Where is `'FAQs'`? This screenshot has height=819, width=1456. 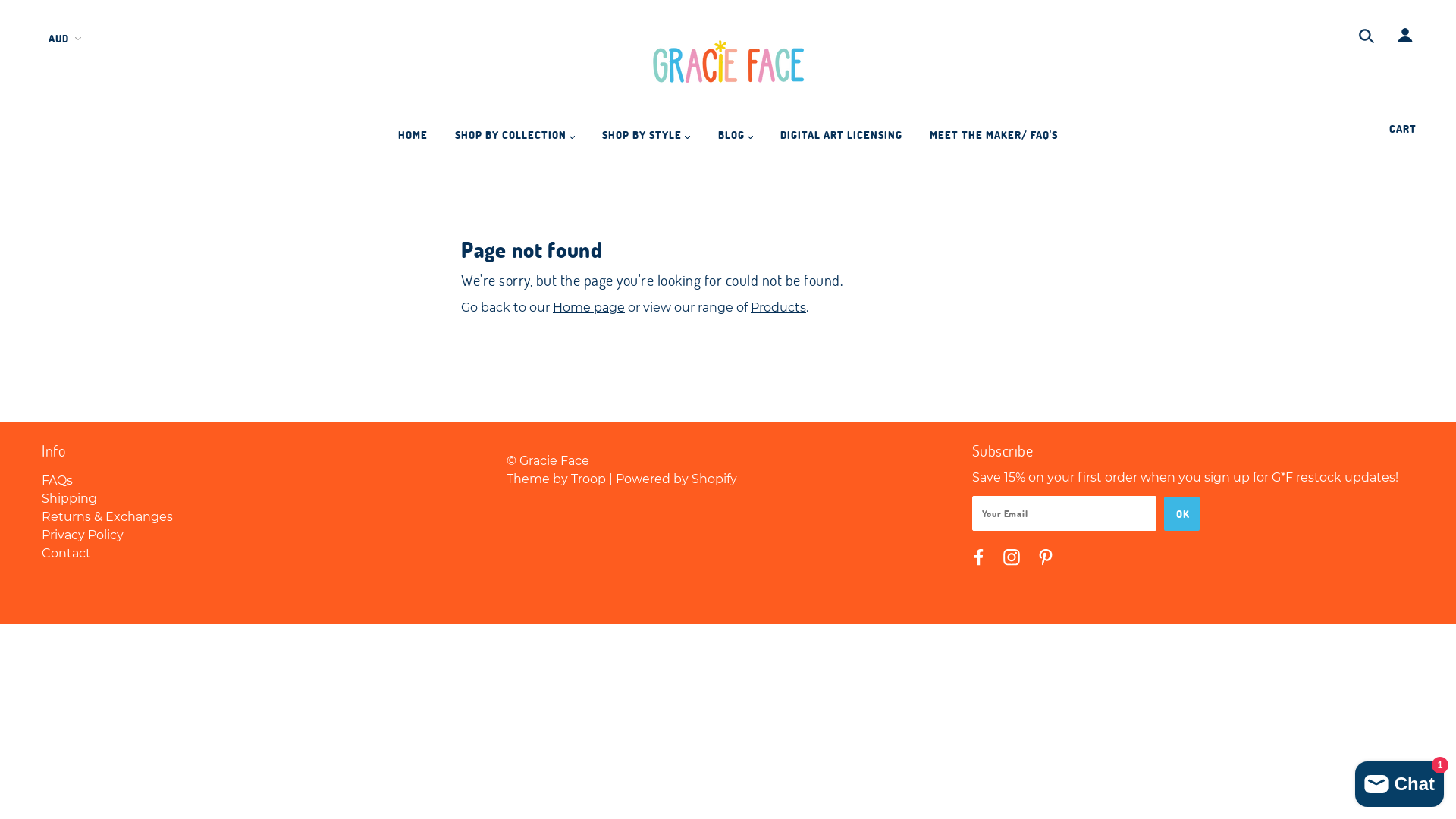
'FAQs' is located at coordinates (57, 480).